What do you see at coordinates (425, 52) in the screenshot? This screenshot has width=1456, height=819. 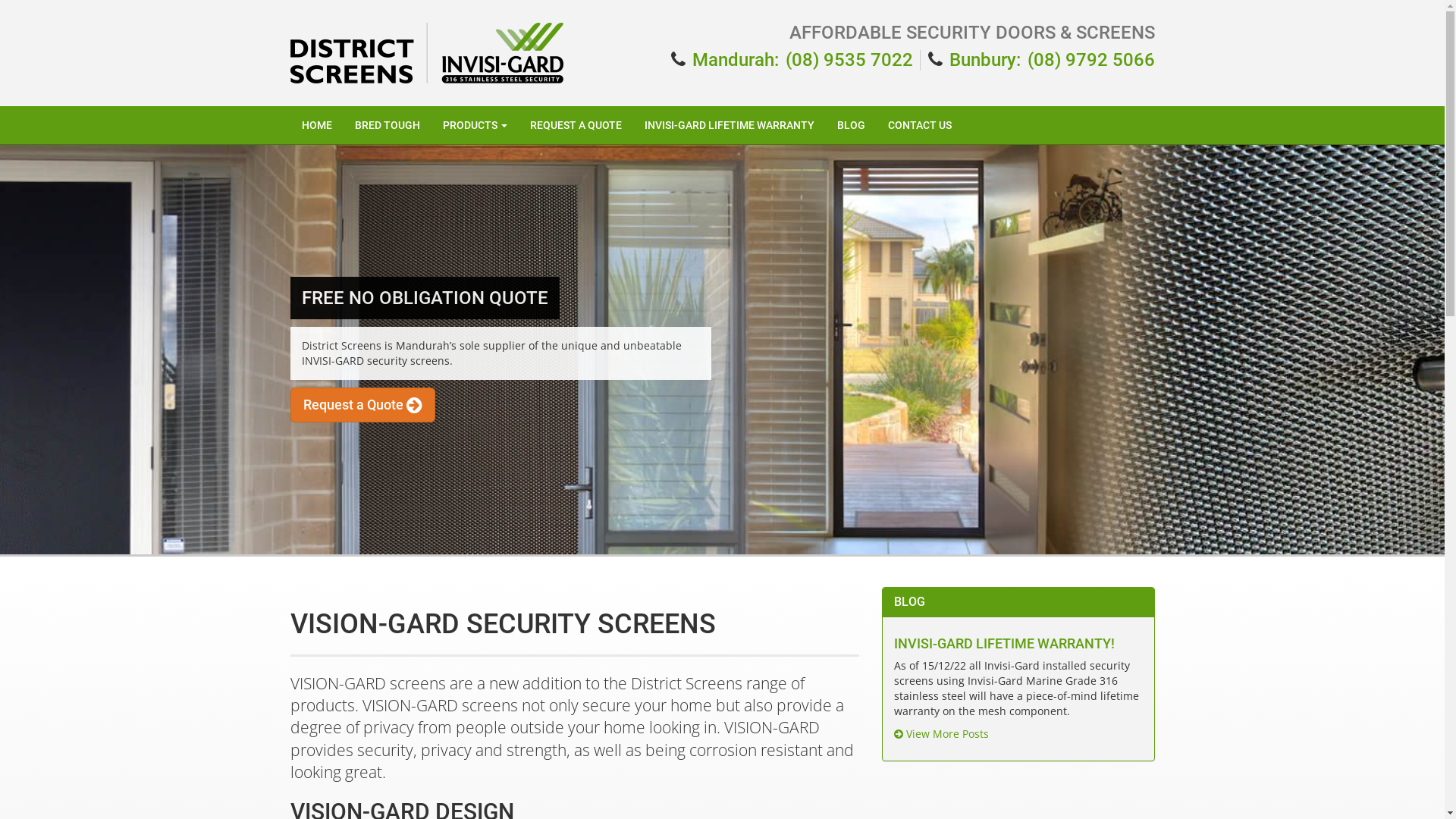 I see `'District Screens Logo'` at bounding box center [425, 52].